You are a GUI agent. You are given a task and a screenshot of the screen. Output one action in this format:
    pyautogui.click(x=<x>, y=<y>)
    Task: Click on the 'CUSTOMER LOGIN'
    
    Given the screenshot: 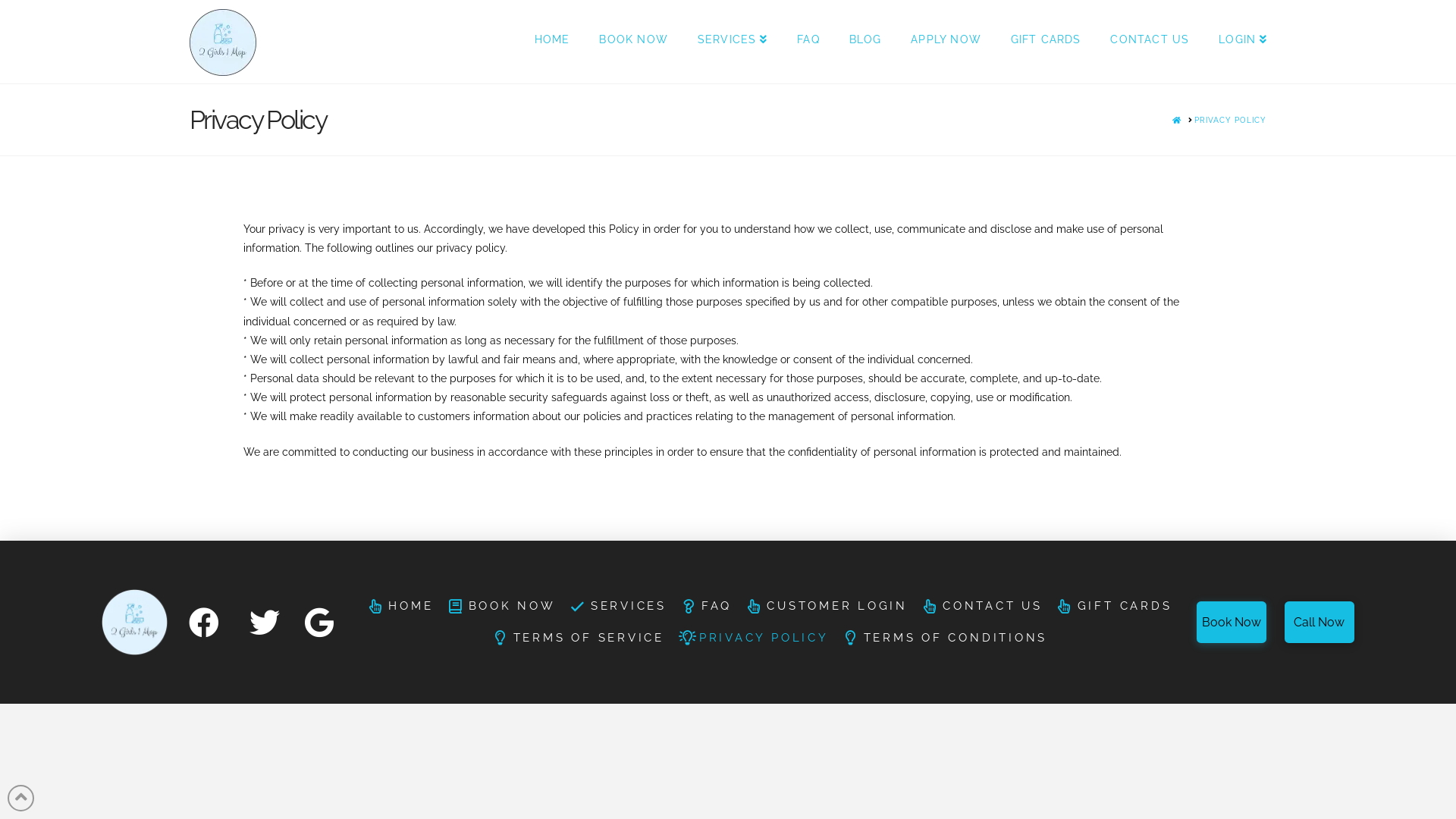 What is the action you would take?
    pyautogui.click(x=825, y=605)
    